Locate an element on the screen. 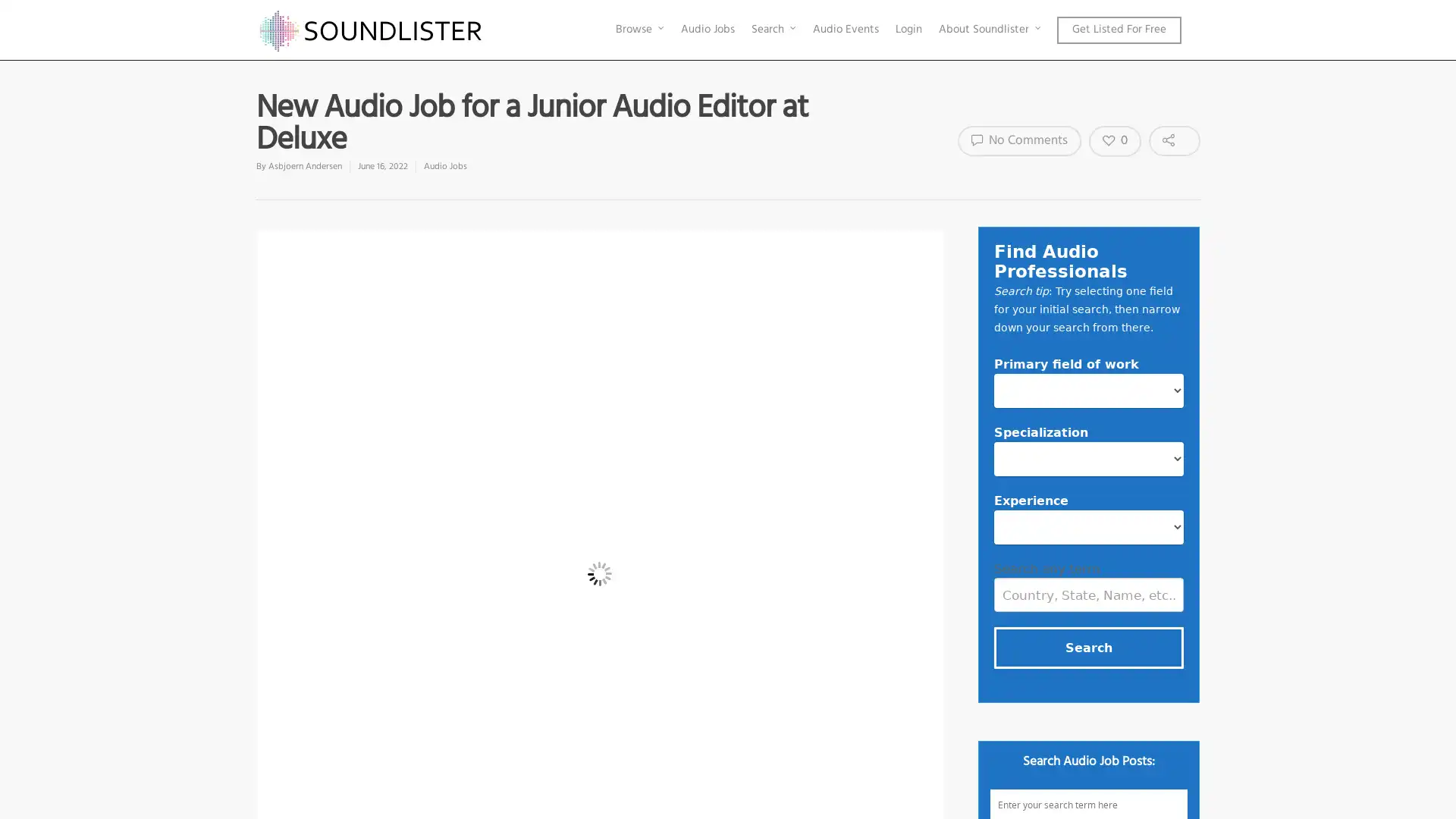  Search is located at coordinates (1087, 647).